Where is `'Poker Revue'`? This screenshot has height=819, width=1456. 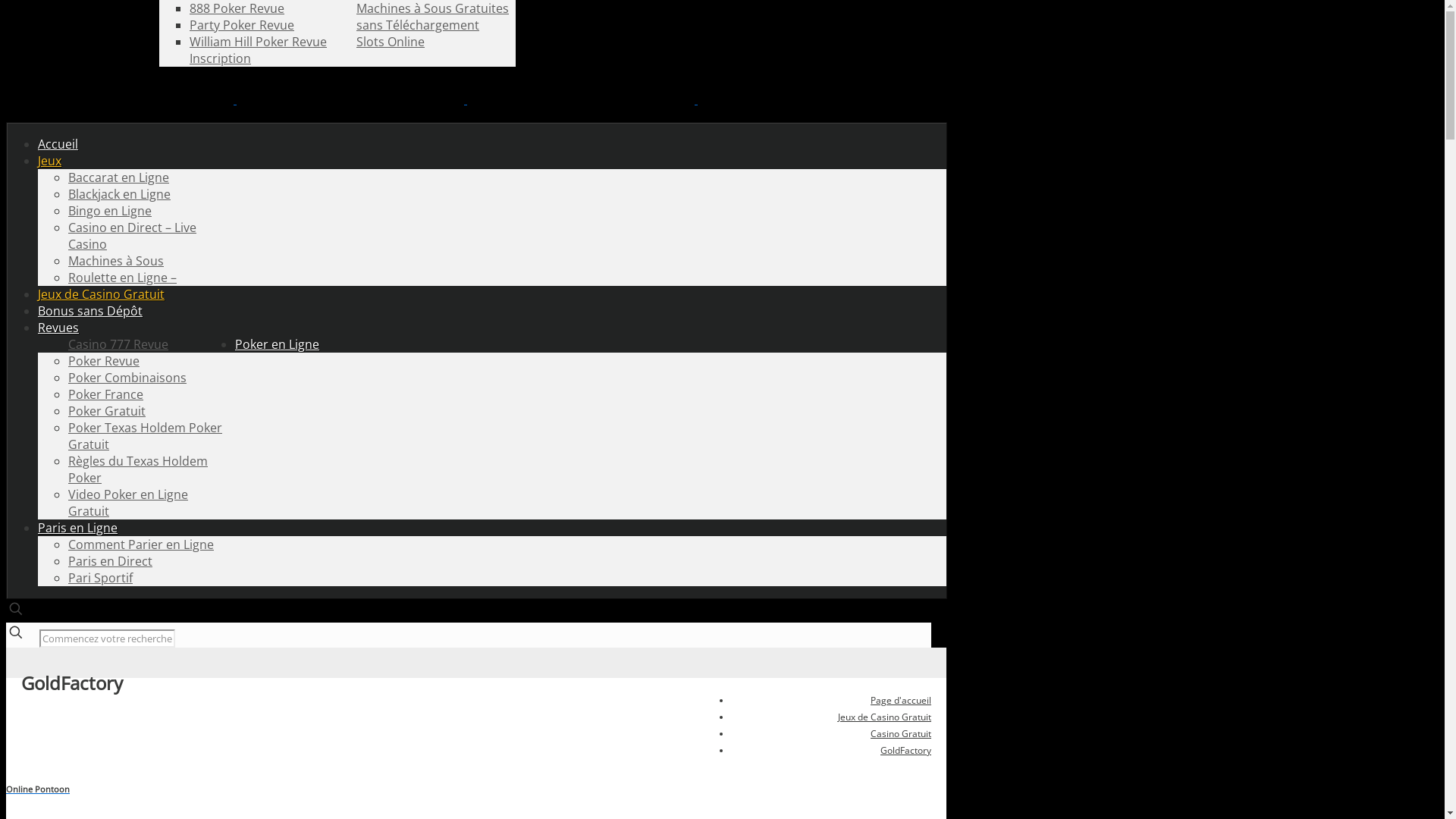 'Poker Revue' is located at coordinates (103, 360).